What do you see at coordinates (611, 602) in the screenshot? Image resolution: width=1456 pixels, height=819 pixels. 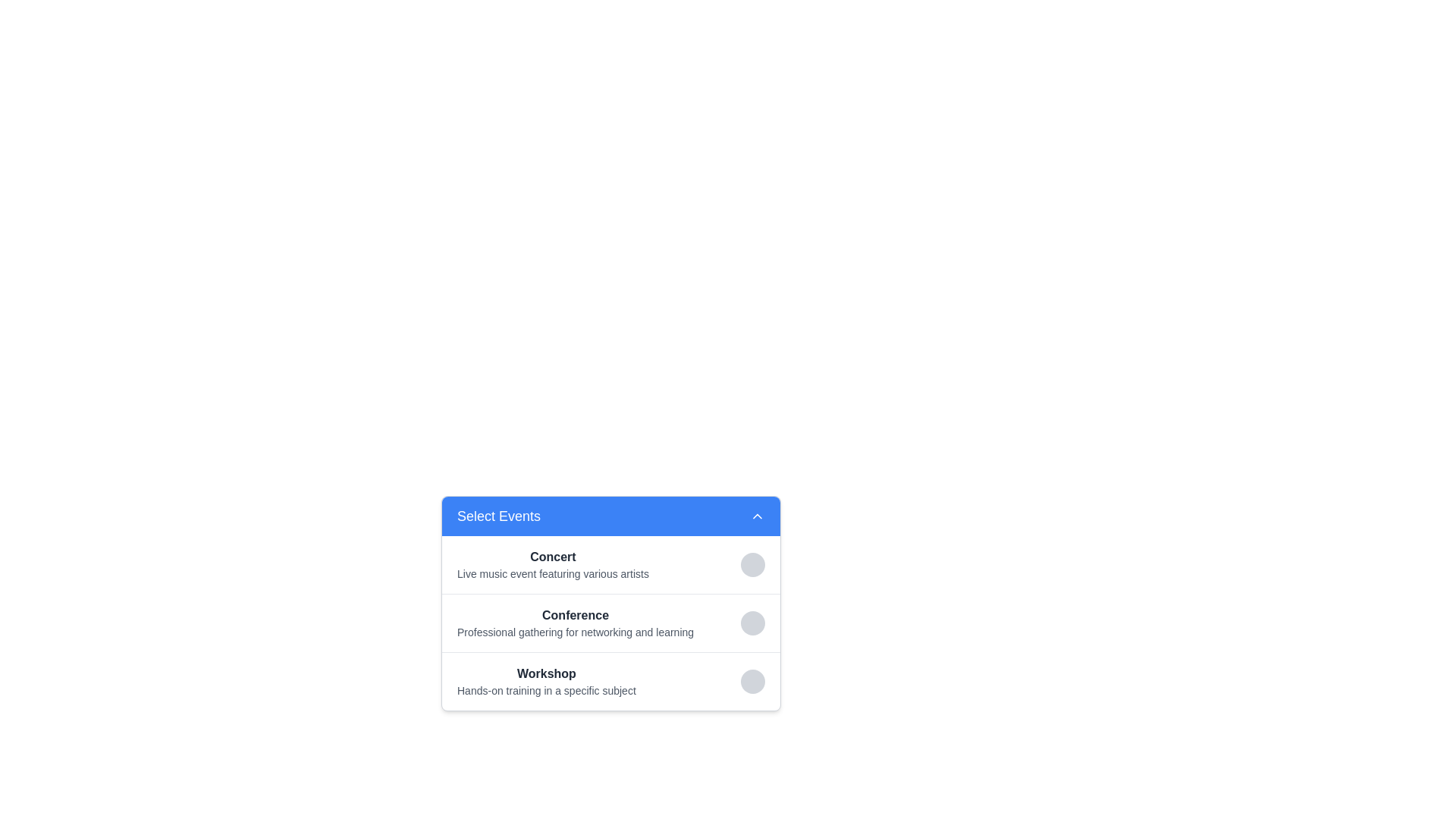 I see `the second item in the dropdown menu labeled 'Conference'` at bounding box center [611, 602].